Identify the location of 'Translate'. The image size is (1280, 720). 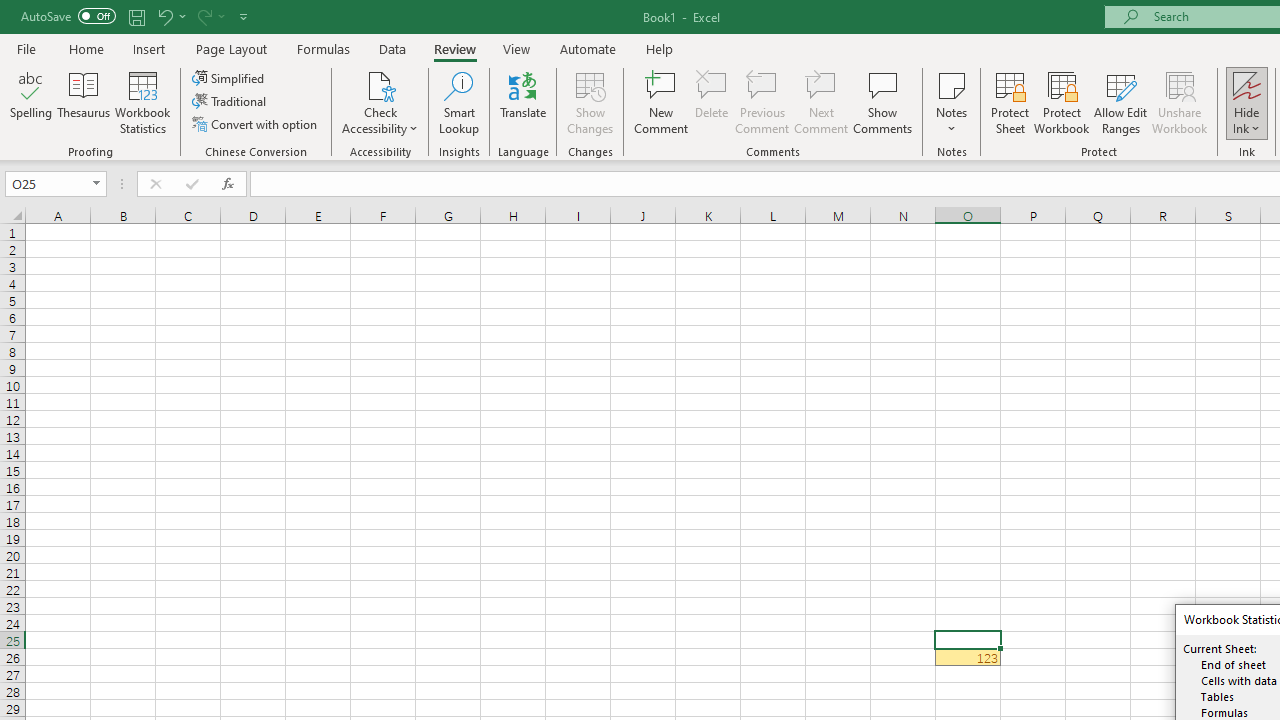
(523, 103).